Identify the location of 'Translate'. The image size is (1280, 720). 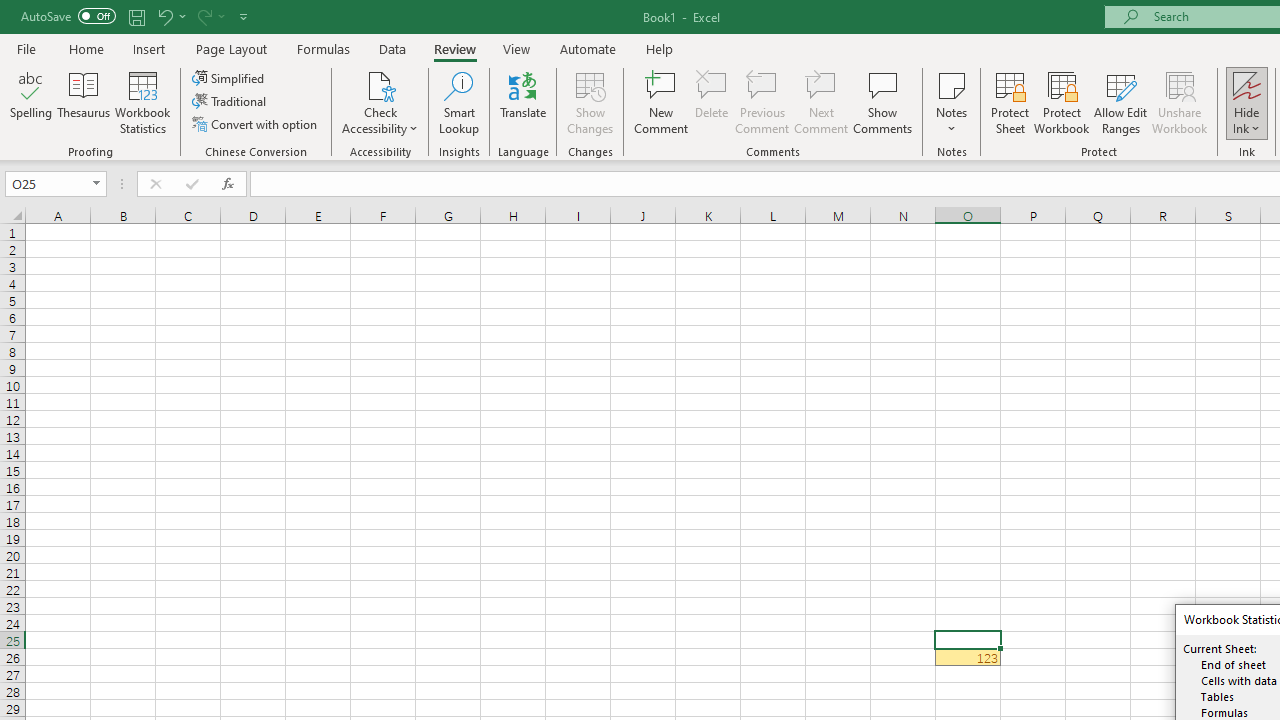
(523, 103).